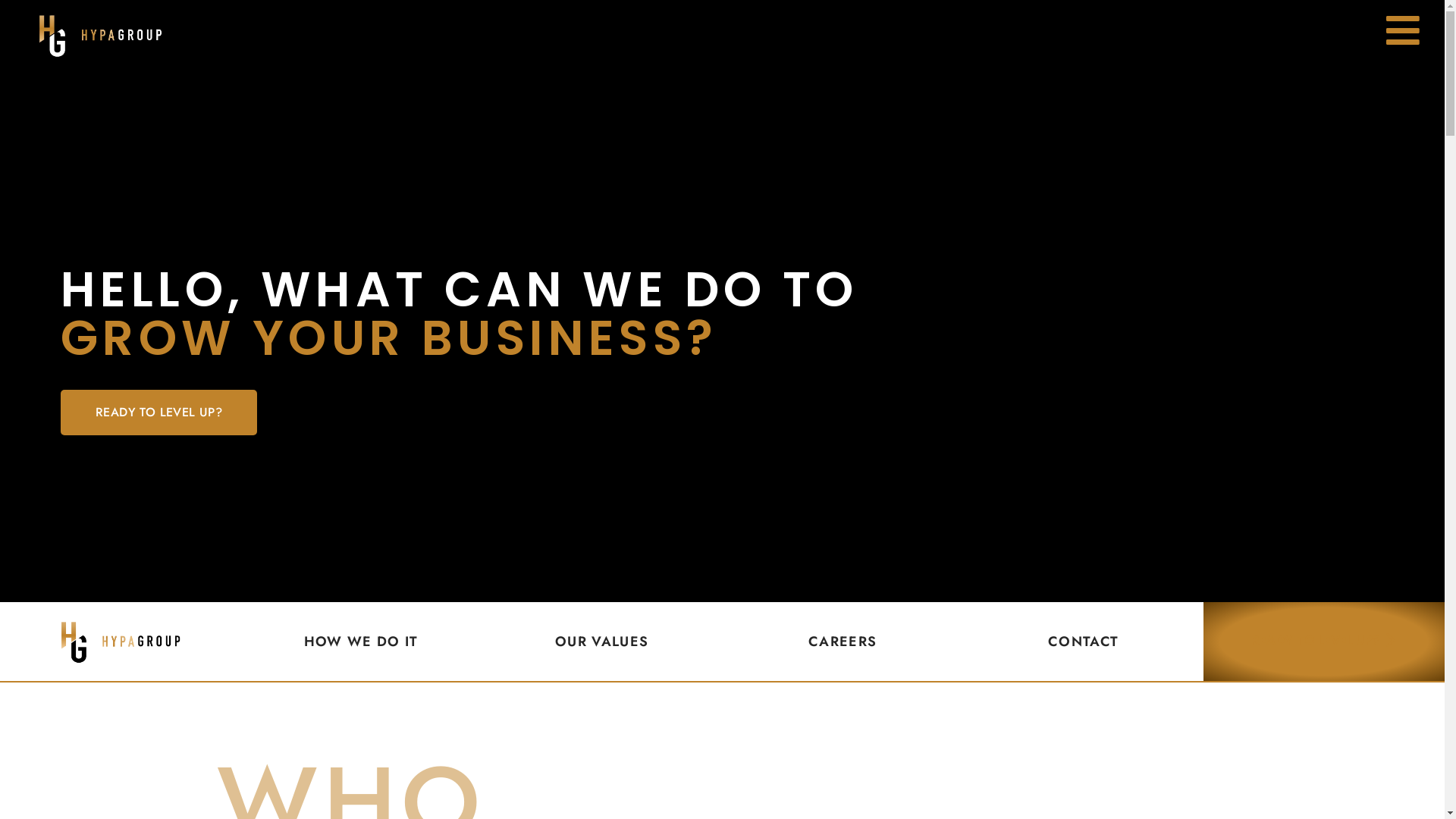  I want to click on 'Home 1', so click(119, 641).